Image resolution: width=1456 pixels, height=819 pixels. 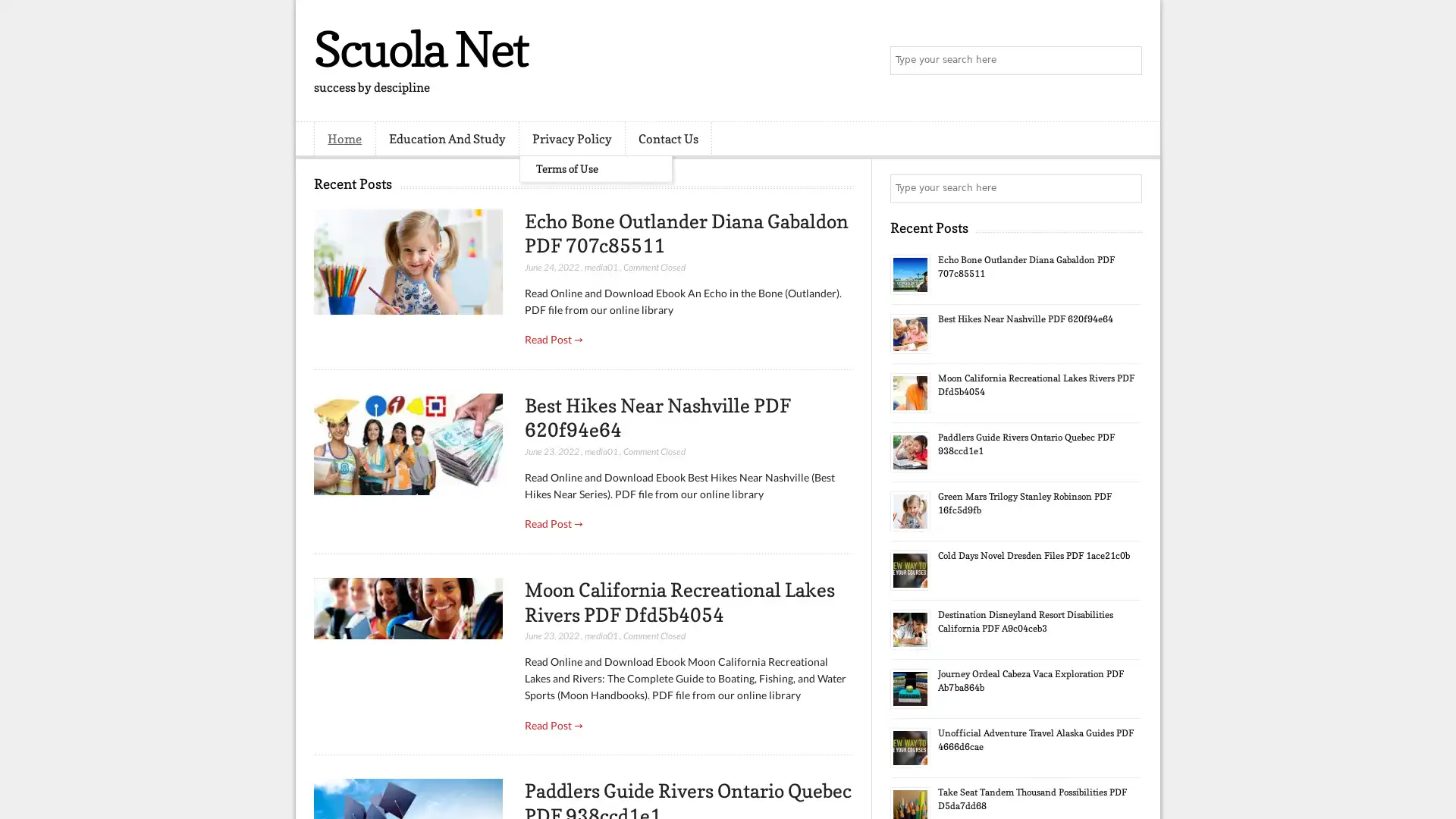 I want to click on Search, so click(x=1126, y=188).